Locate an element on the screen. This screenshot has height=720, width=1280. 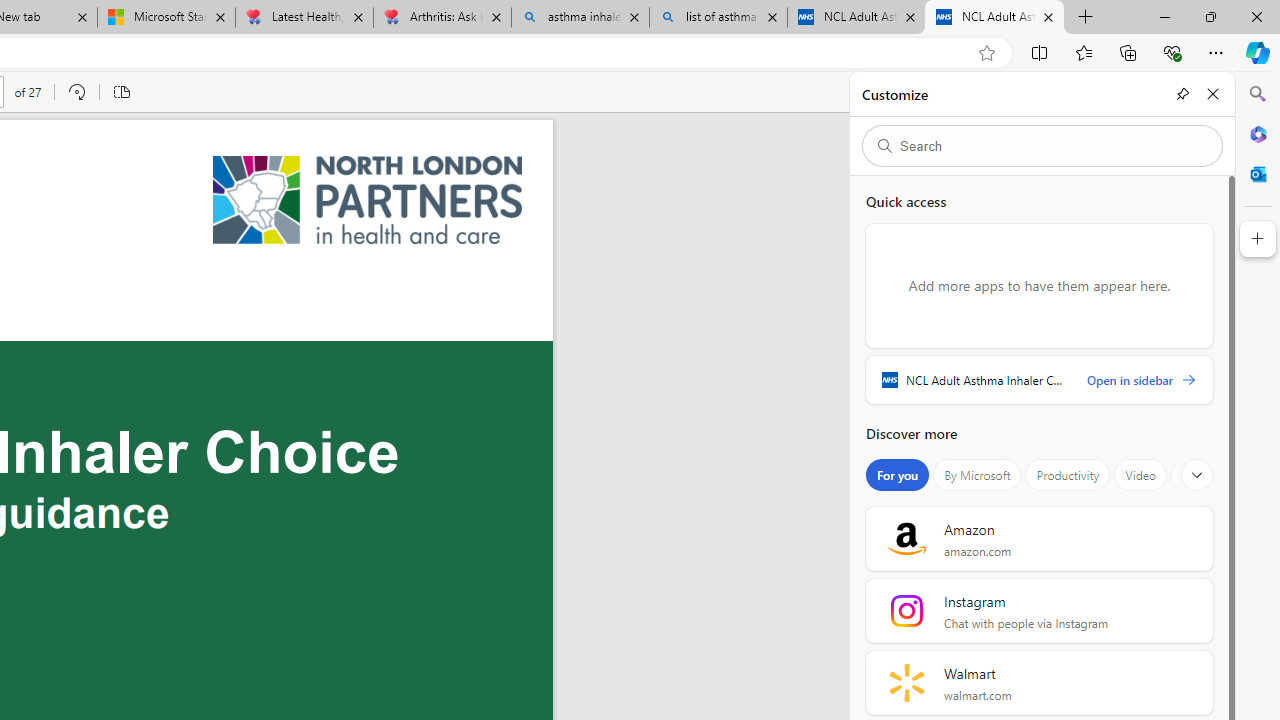
'Pin side pane' is located at coordinates (1182, 93).